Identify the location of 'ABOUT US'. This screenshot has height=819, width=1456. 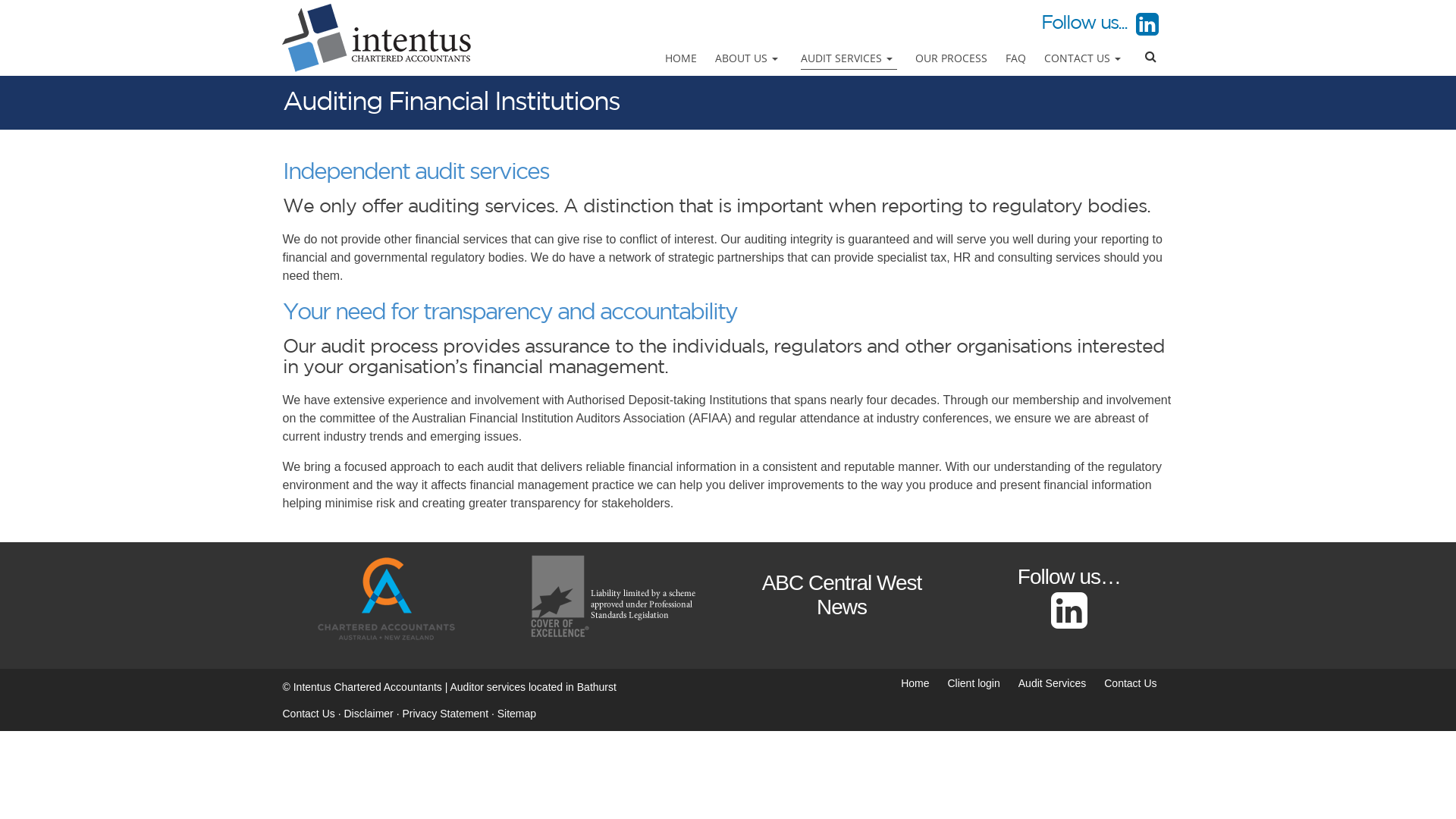
(748, 58).